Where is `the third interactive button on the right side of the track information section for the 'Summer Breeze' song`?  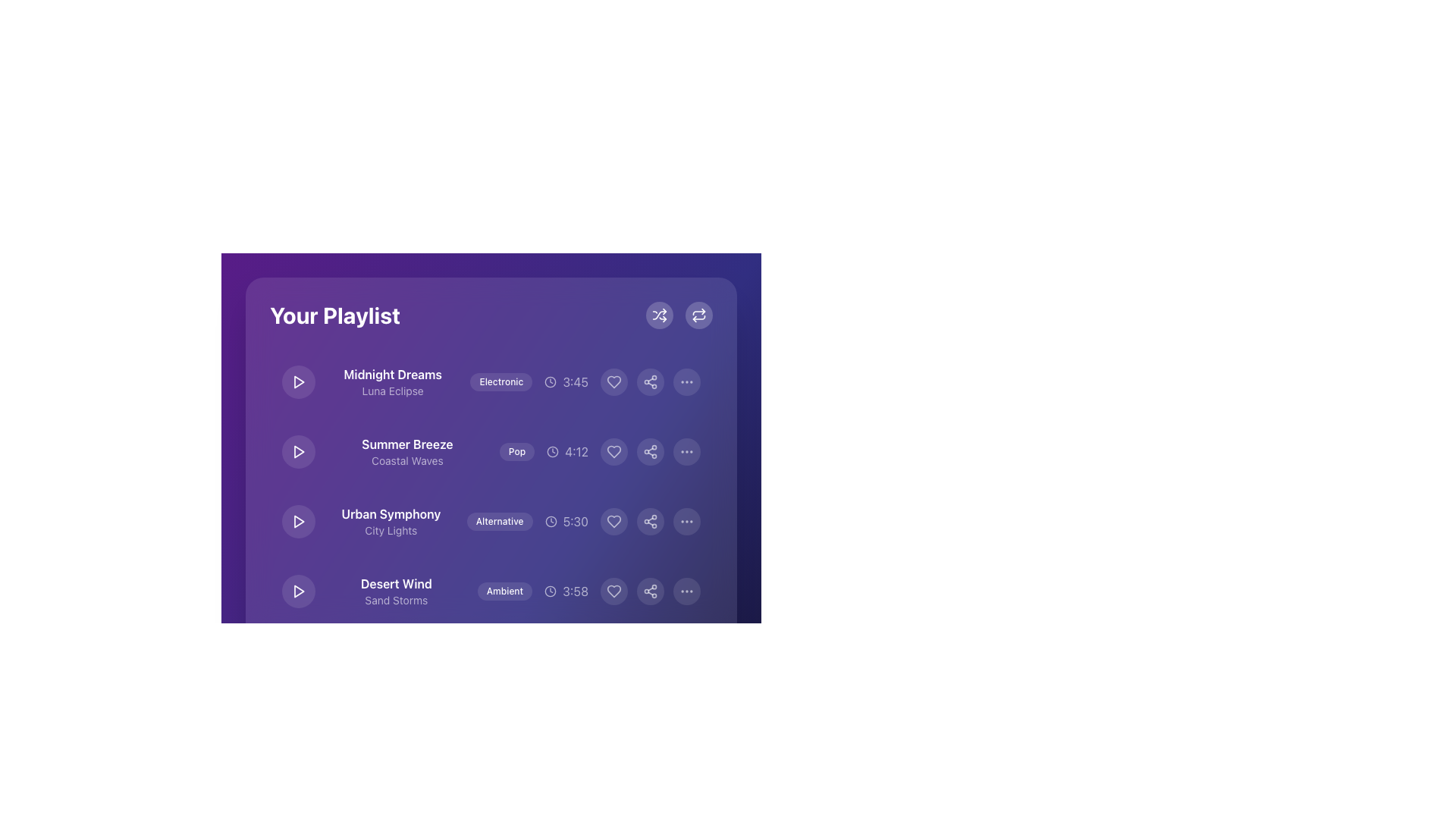
the third interactive button on the right side of the track information section for the 'Summer Breeze' song is located at coordinates (651, 451).